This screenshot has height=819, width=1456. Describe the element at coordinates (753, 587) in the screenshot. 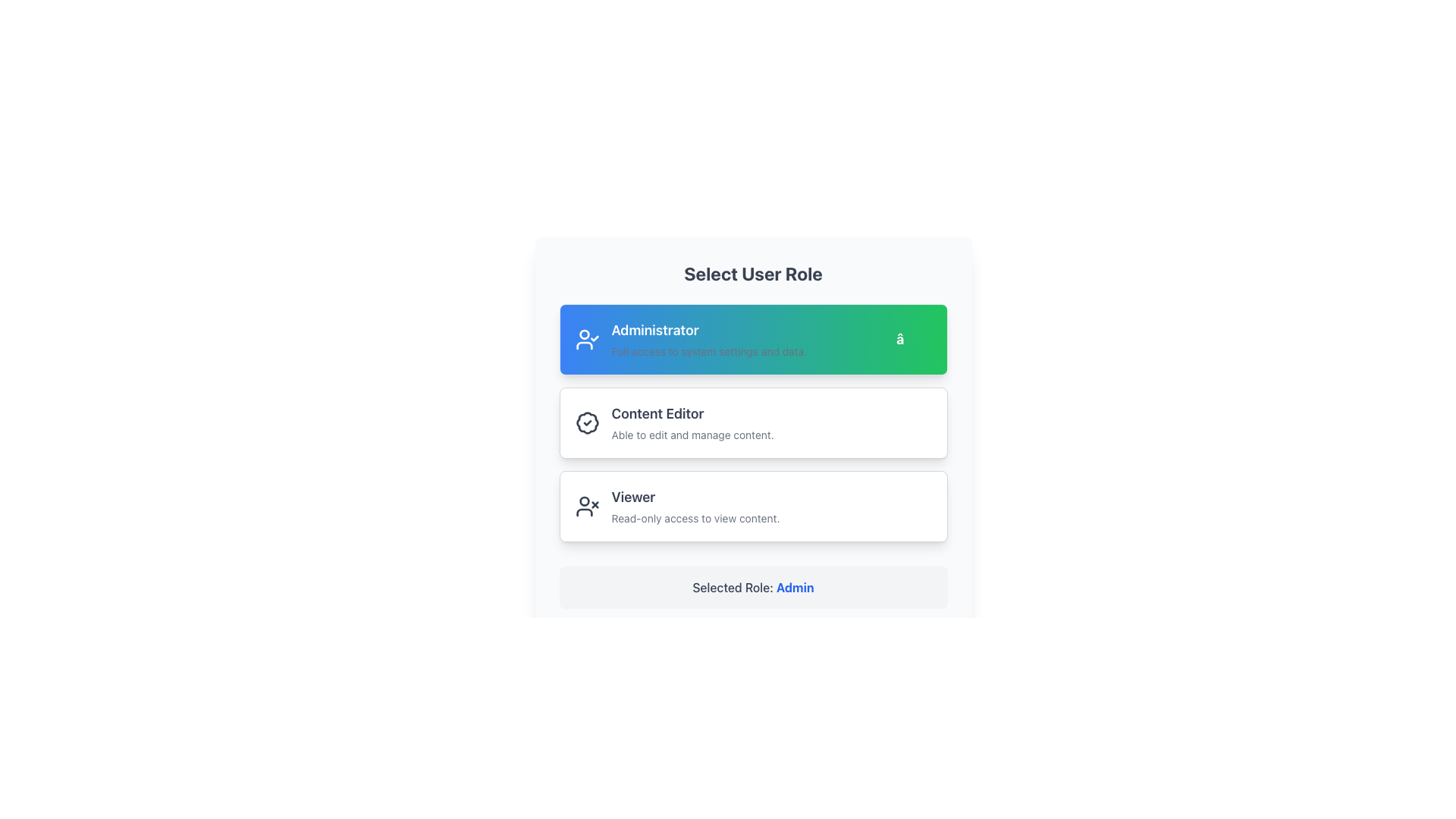

I see `the text label displaying 'Selected Role: Admin', which is styled with a gray font for 'Selected Role:' and bold blue for 'Admin', located at the bottom of the interface` at that location.